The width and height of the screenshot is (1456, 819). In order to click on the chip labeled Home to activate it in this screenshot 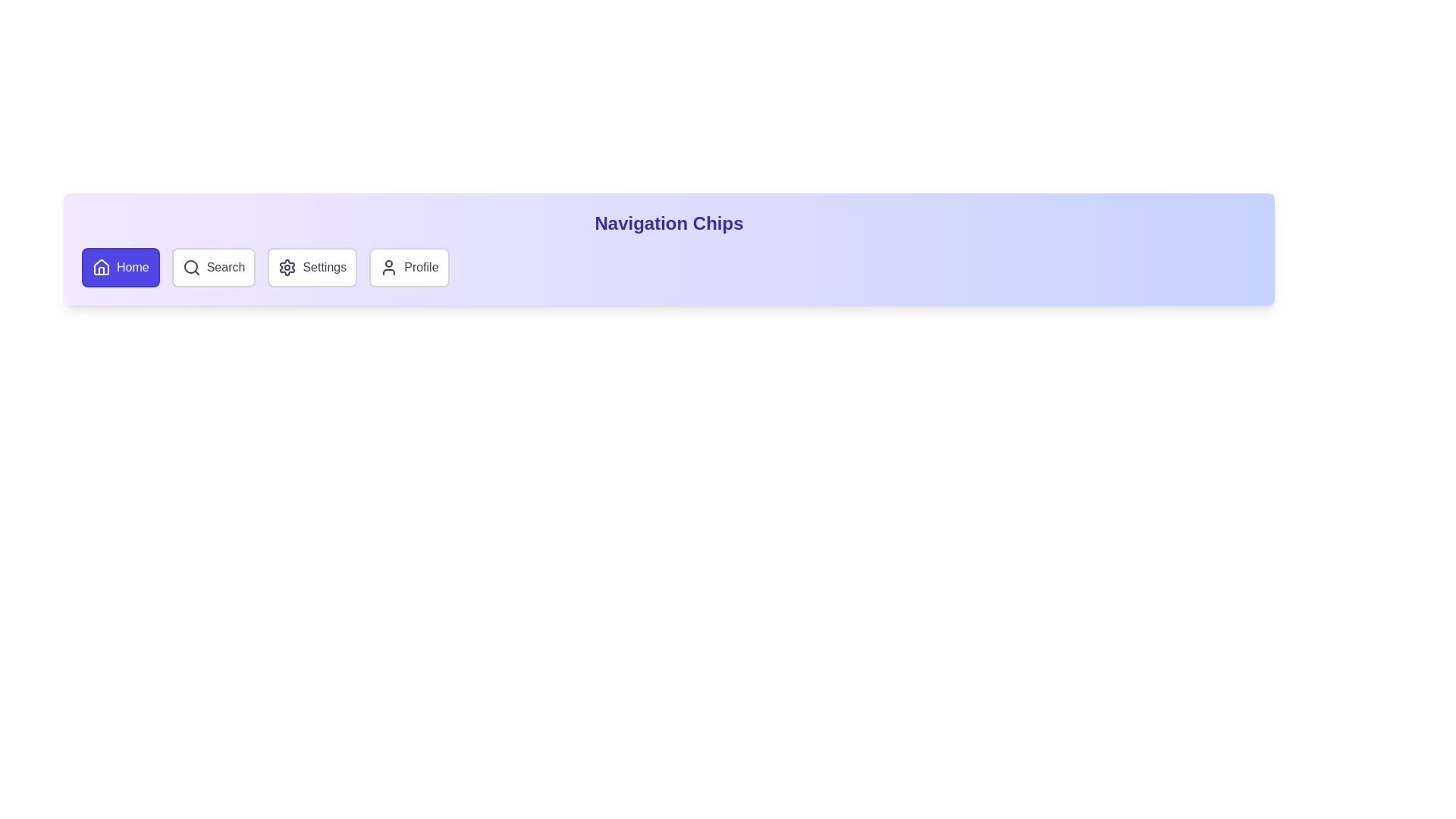, I will do `click(120, 267)`.